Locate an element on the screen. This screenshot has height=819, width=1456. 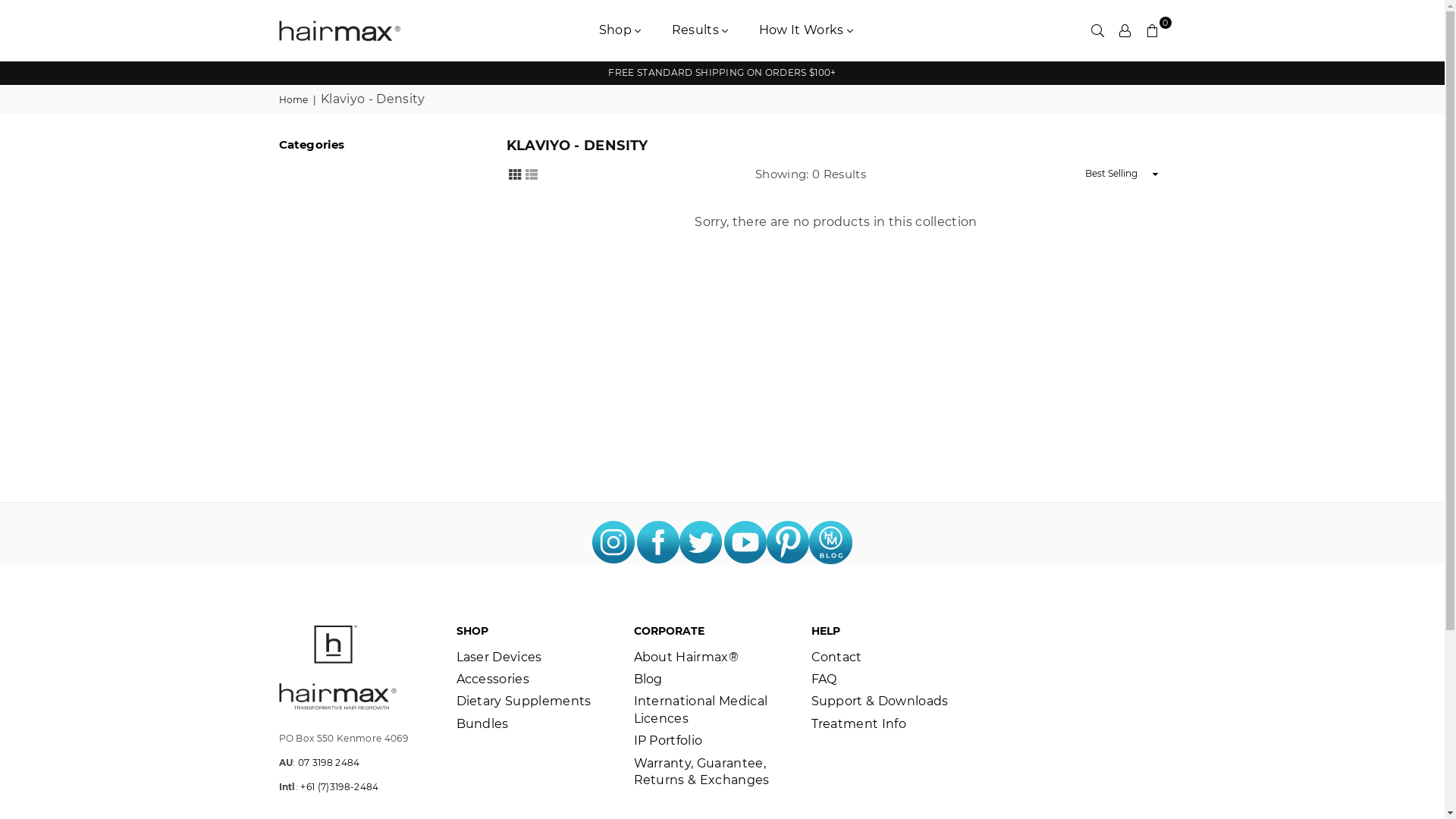
'International Medical Licences' is located at coordinates (700, 709).